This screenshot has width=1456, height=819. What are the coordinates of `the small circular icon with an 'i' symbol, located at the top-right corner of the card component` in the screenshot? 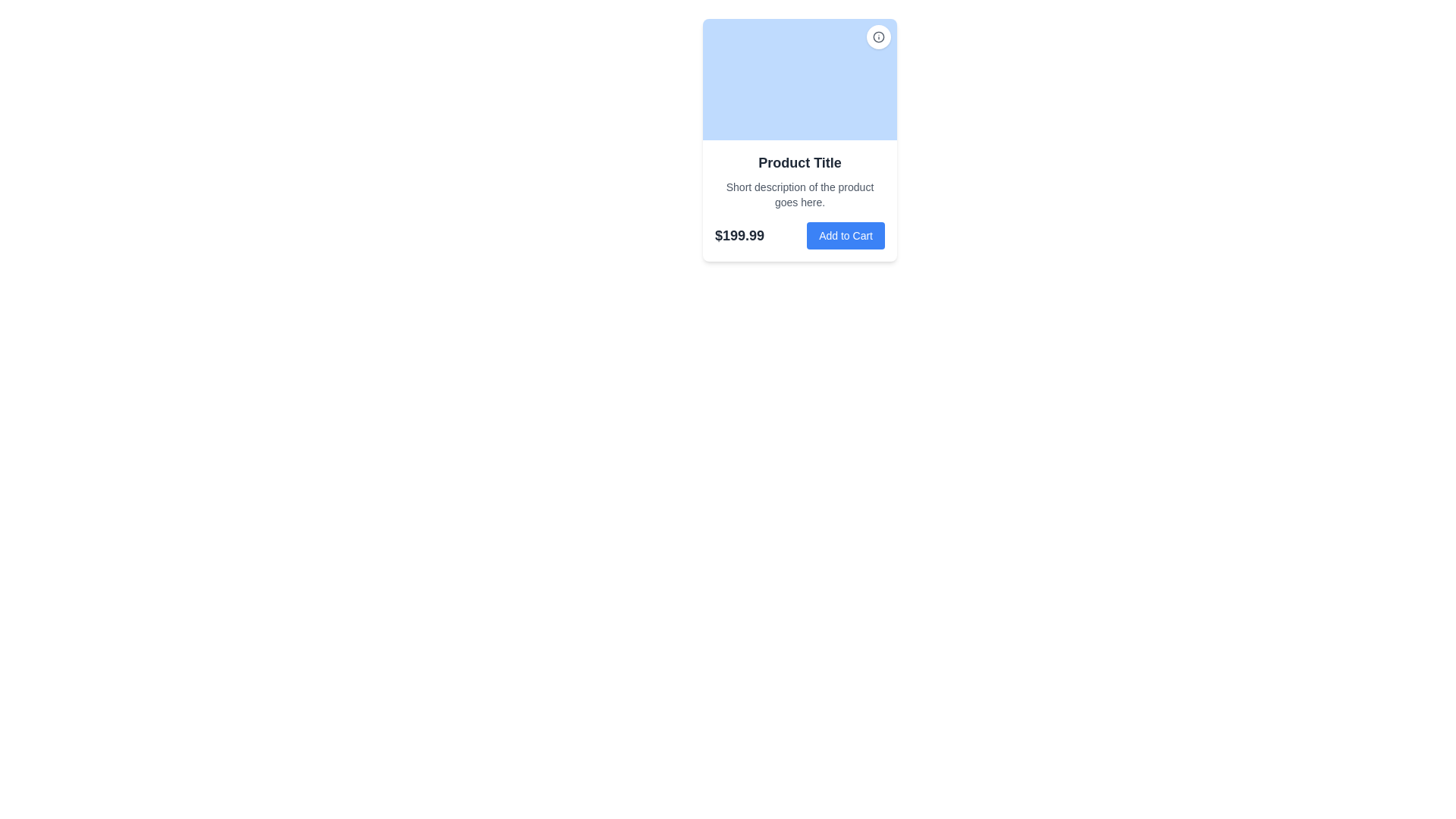 It's located at (878, 36).